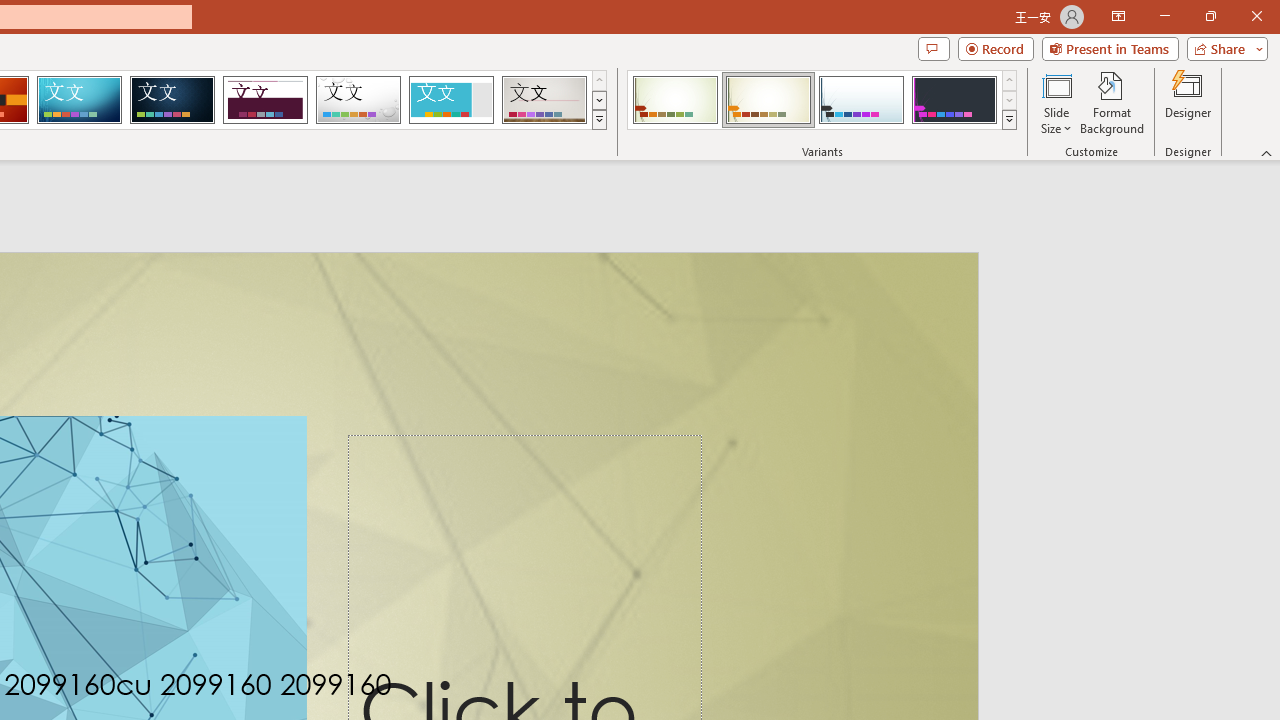 This screenshot has width=1280, height=720. I want to click on 'Format Background', so click(1111, 103).